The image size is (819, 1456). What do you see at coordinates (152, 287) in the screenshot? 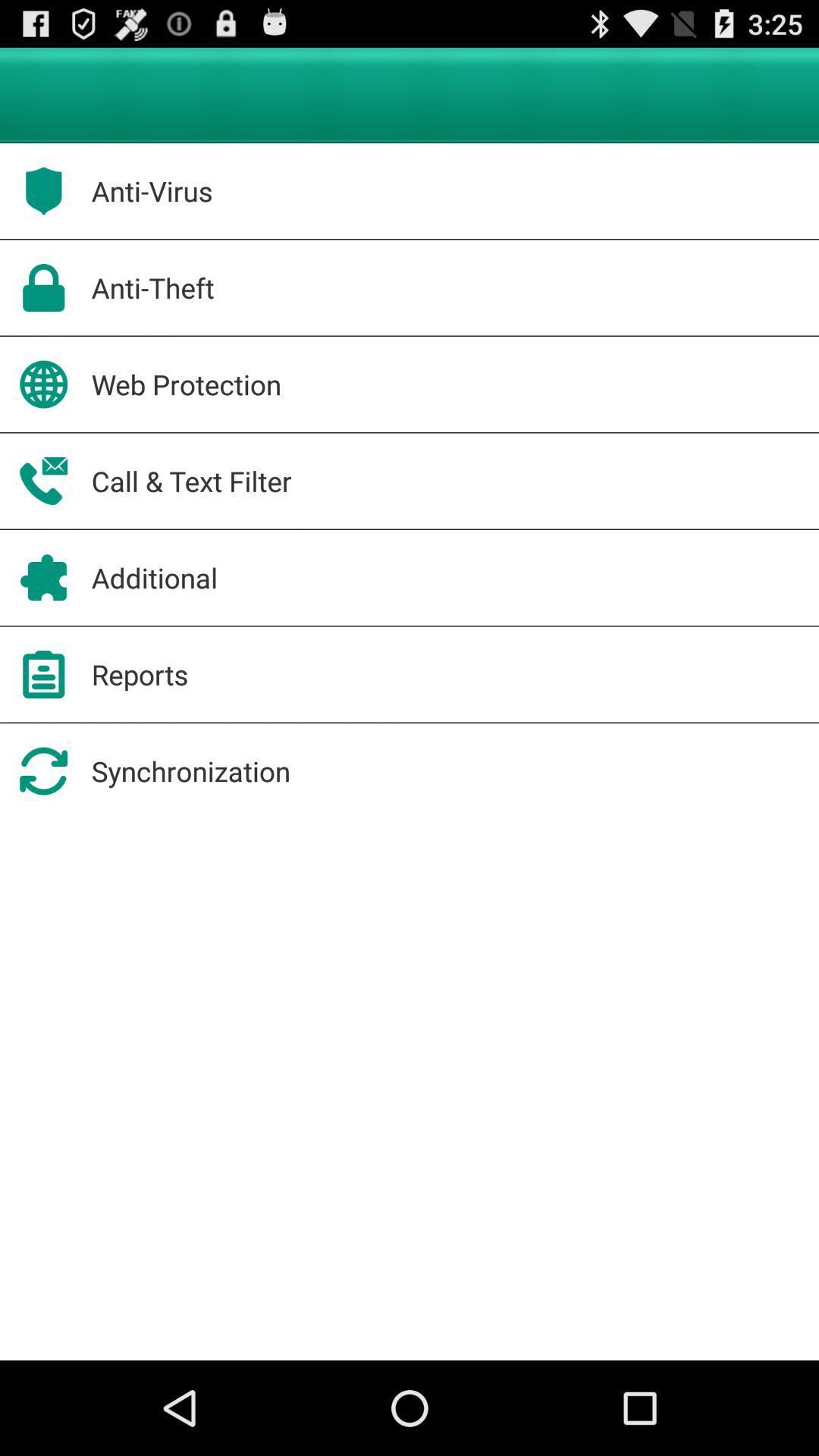
I see `anti-theft app` at bounding box center [152, 287].